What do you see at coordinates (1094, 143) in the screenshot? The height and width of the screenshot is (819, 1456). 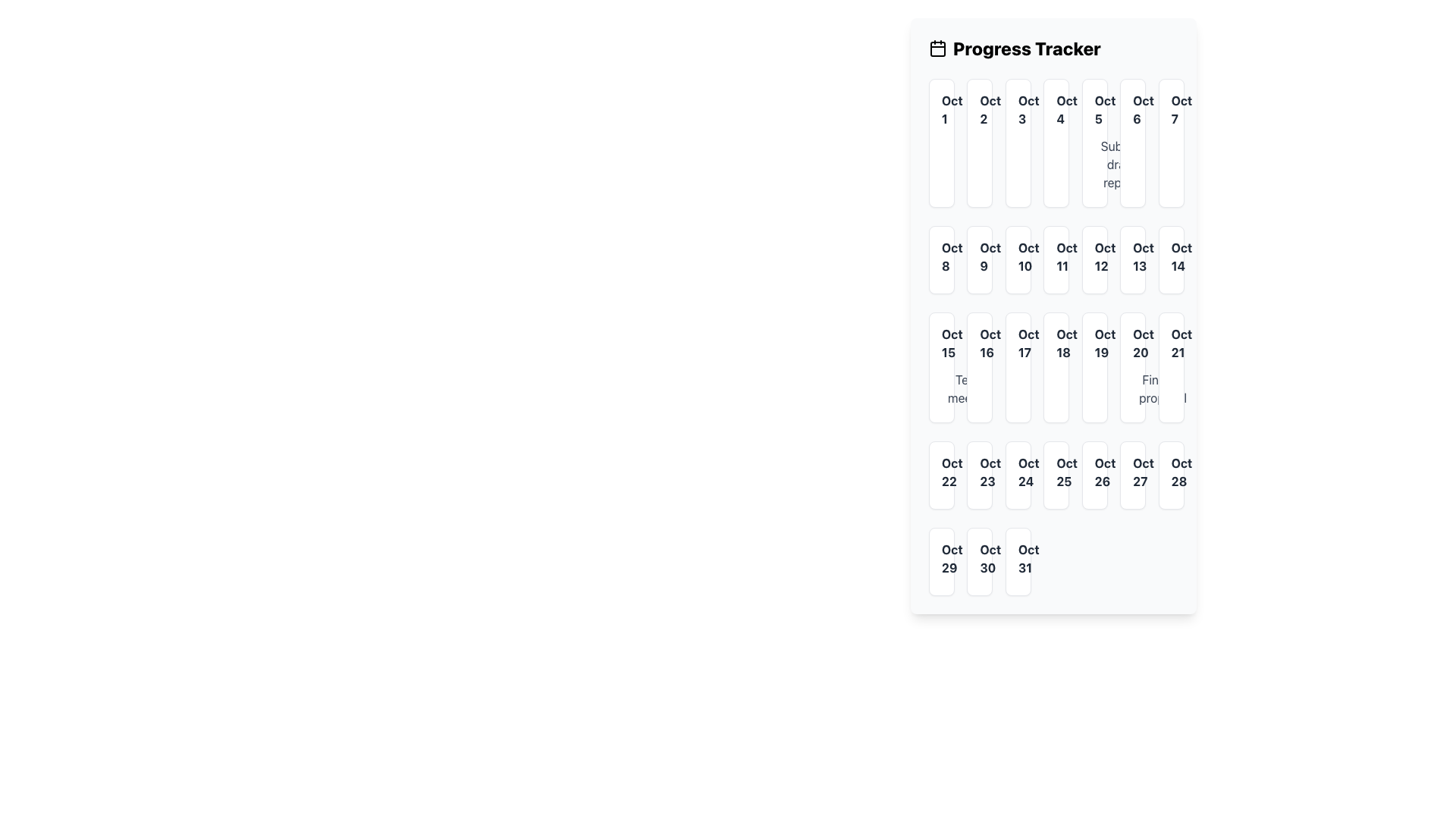 I see `the Calendar Date Block for October 5th` at bounding box center [1094, 143].